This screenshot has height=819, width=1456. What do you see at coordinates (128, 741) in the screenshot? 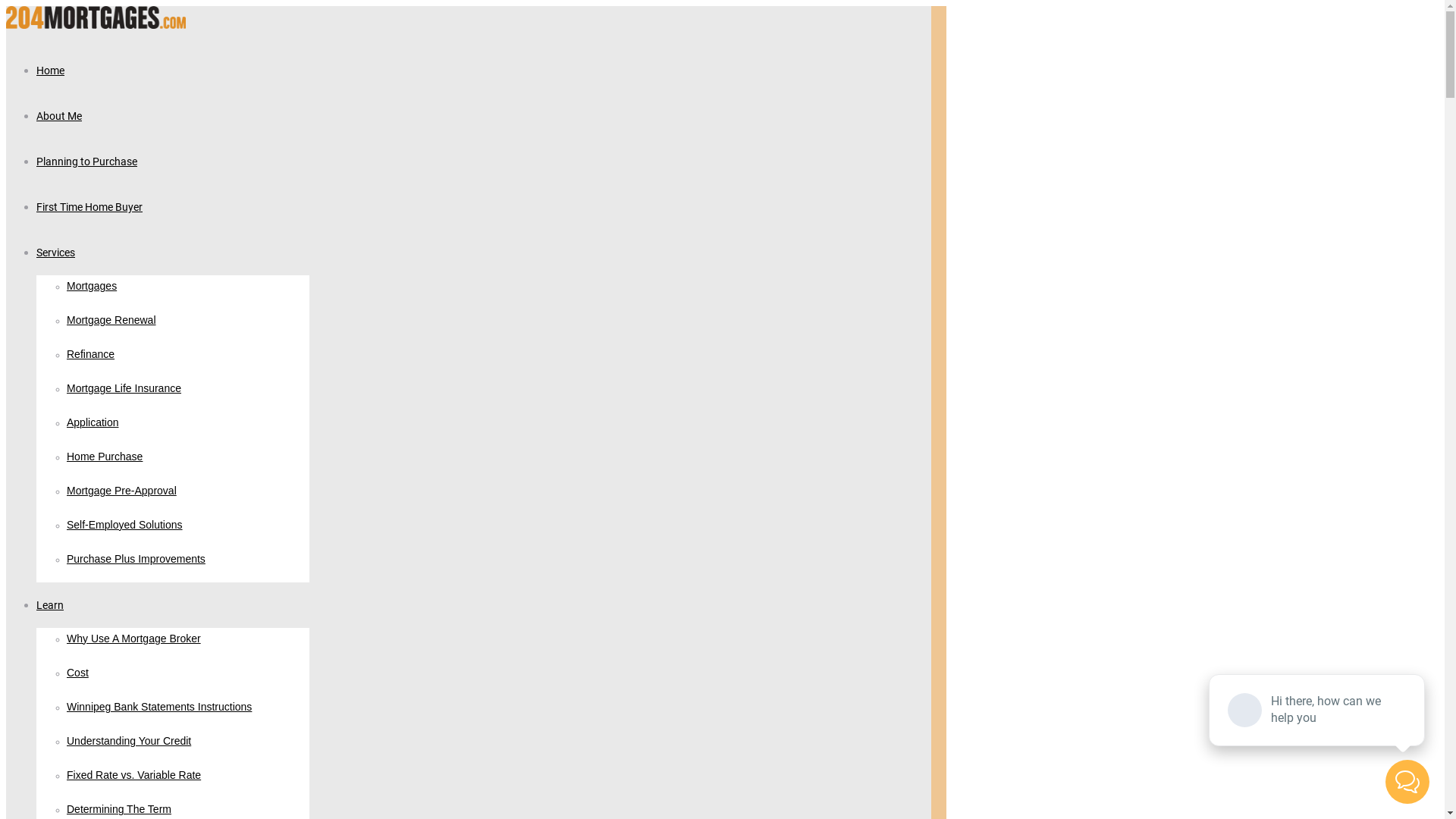
I see `'Understanding Your Credit'` at bounding box center [128, 741].